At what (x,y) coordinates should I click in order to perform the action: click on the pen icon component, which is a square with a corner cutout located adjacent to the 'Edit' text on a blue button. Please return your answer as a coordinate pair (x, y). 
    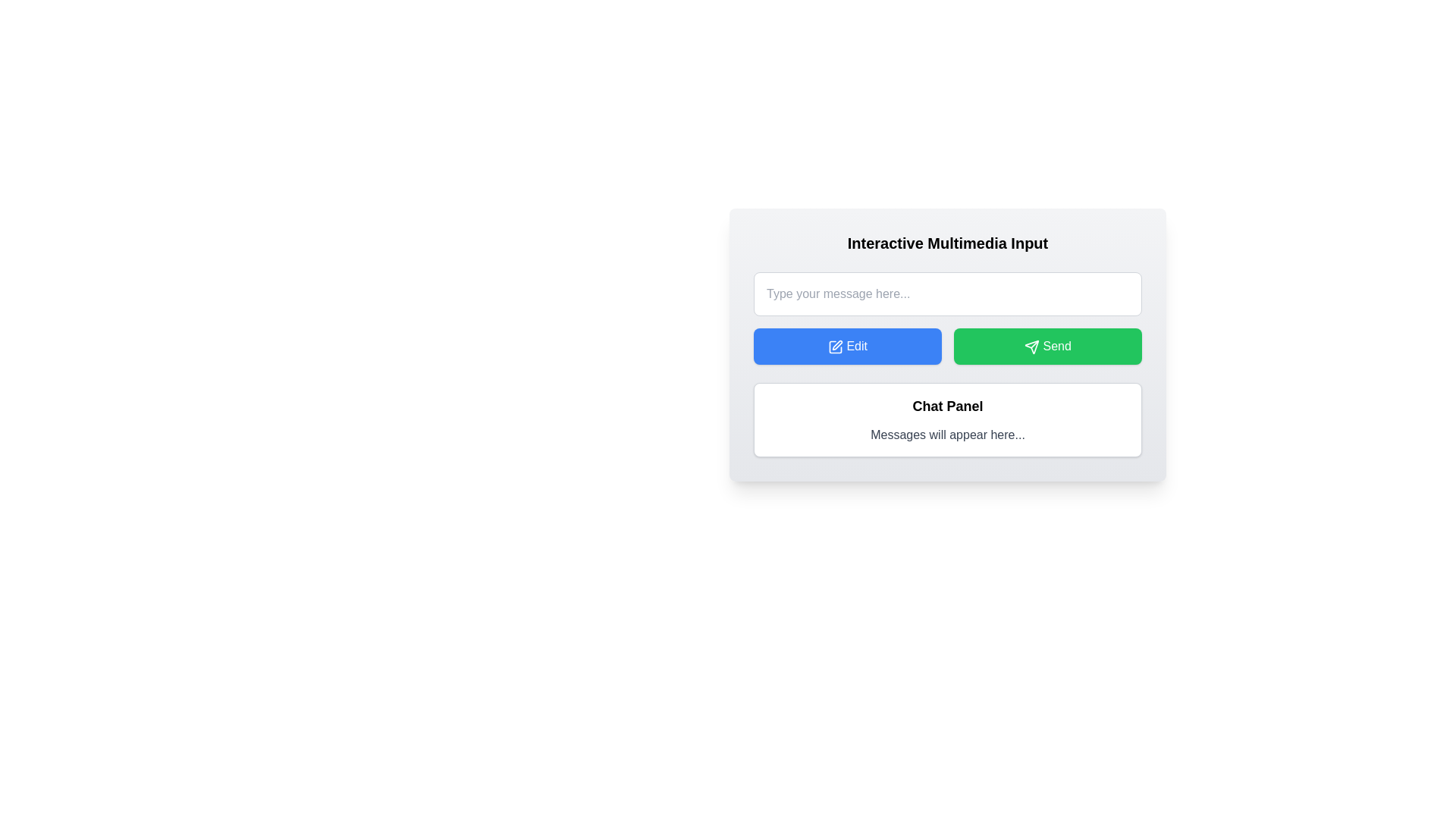
    Looking at the image, I should click on (834, 347).